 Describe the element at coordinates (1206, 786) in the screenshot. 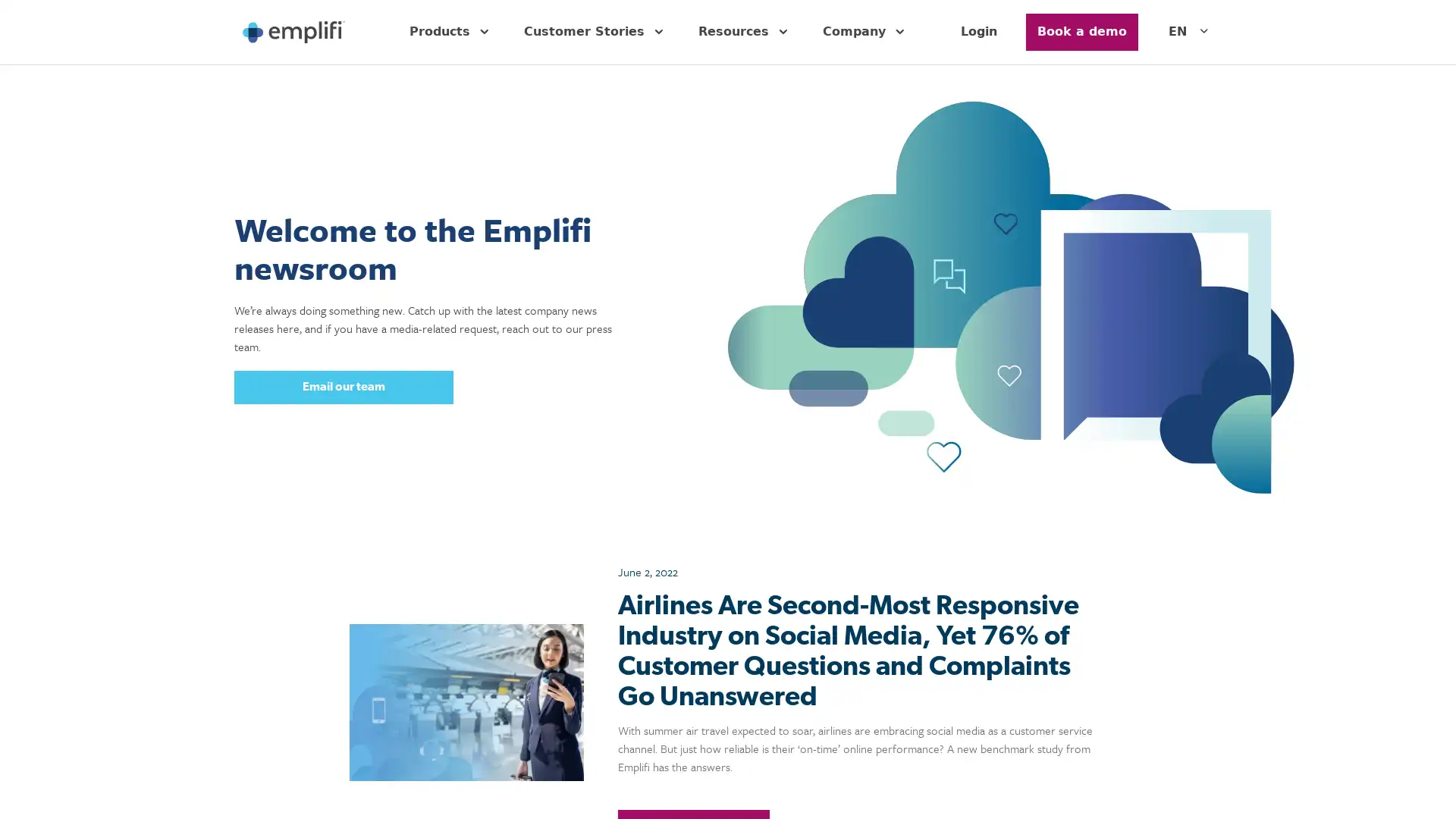

I see `Accept Cookies` at that location.